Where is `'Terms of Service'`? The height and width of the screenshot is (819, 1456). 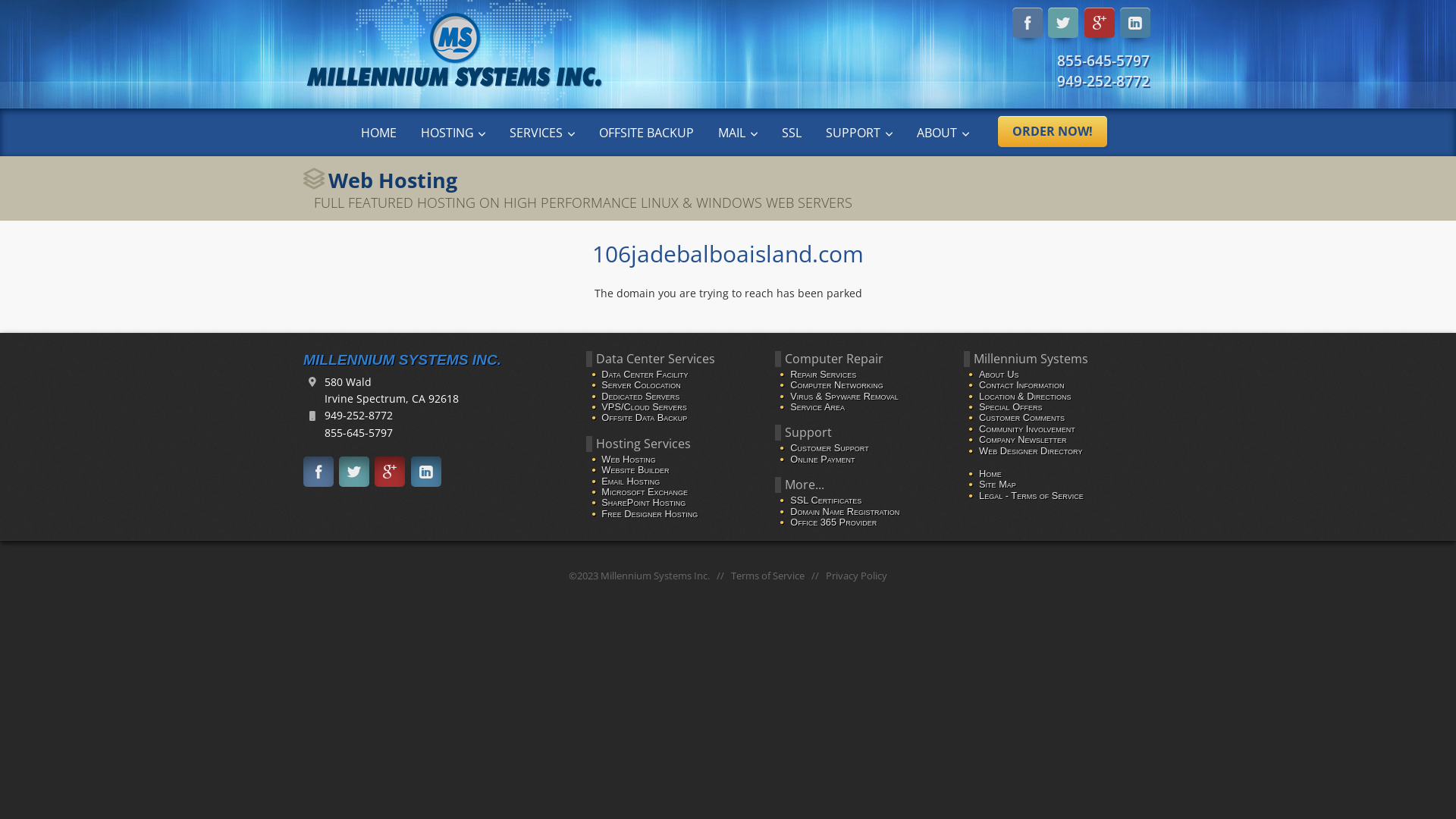 'Terms of Service' is located at coordinates (767, 576).